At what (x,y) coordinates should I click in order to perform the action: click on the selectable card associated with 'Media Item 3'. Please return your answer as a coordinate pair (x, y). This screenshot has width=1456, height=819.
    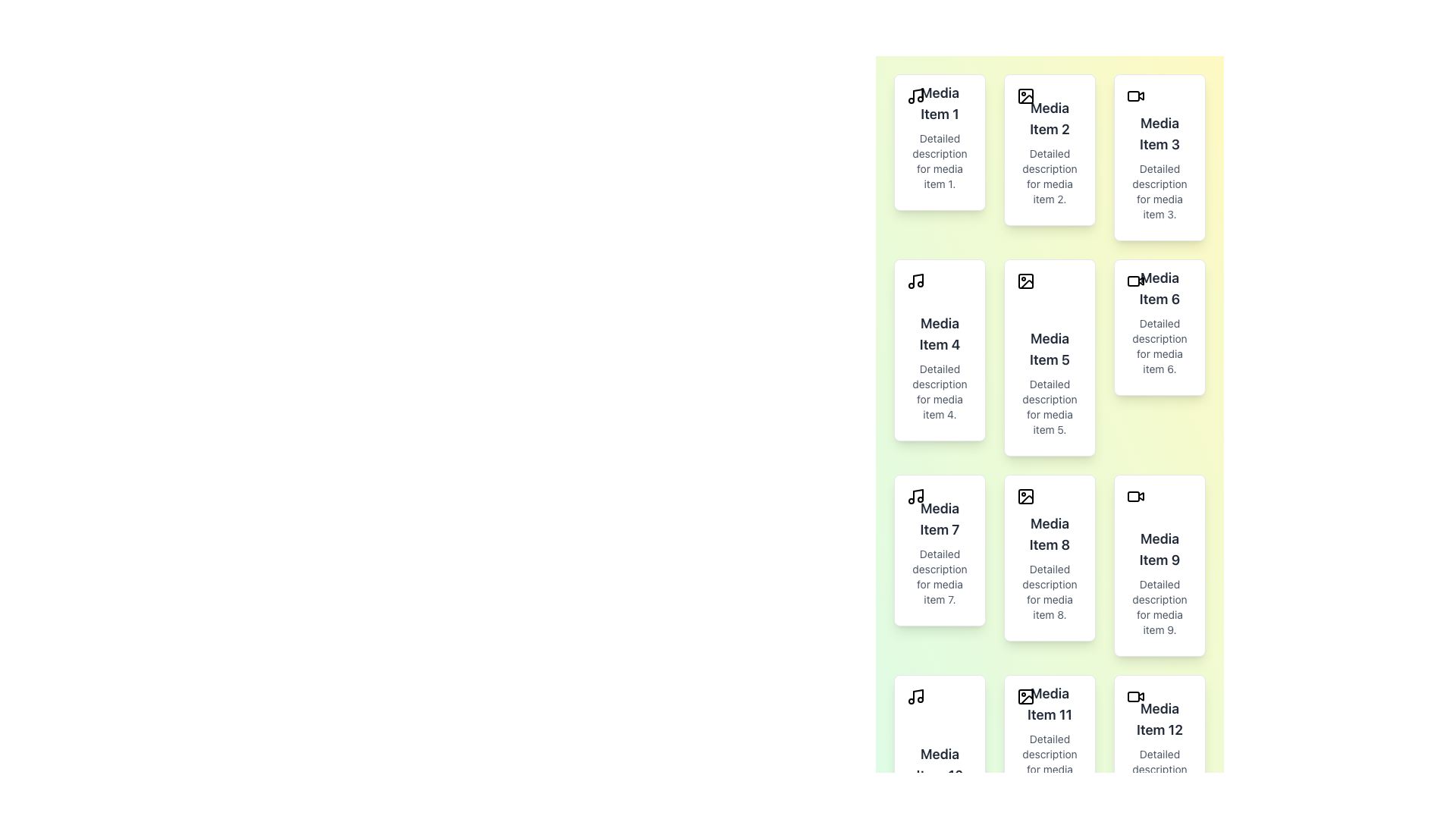
    Looking at the image, I should click on (1159, 158).